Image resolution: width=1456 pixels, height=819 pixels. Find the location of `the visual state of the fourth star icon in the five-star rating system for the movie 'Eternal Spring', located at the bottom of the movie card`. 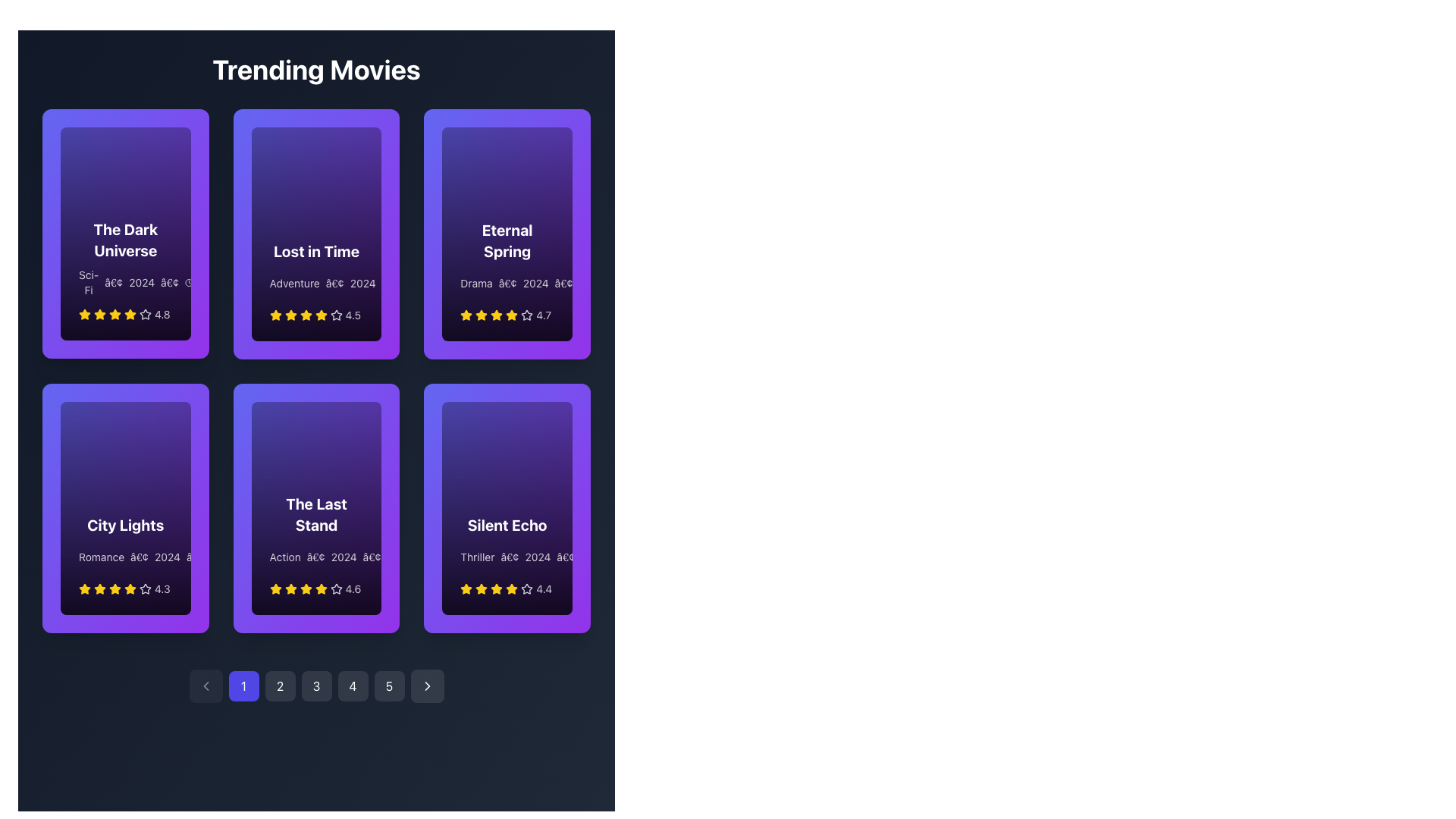

the visual state of the fourth star icon in the five-star rating system for the movie 'Eternal Spring', located at the bottom of the movie card is located at coordinates (497, 314).